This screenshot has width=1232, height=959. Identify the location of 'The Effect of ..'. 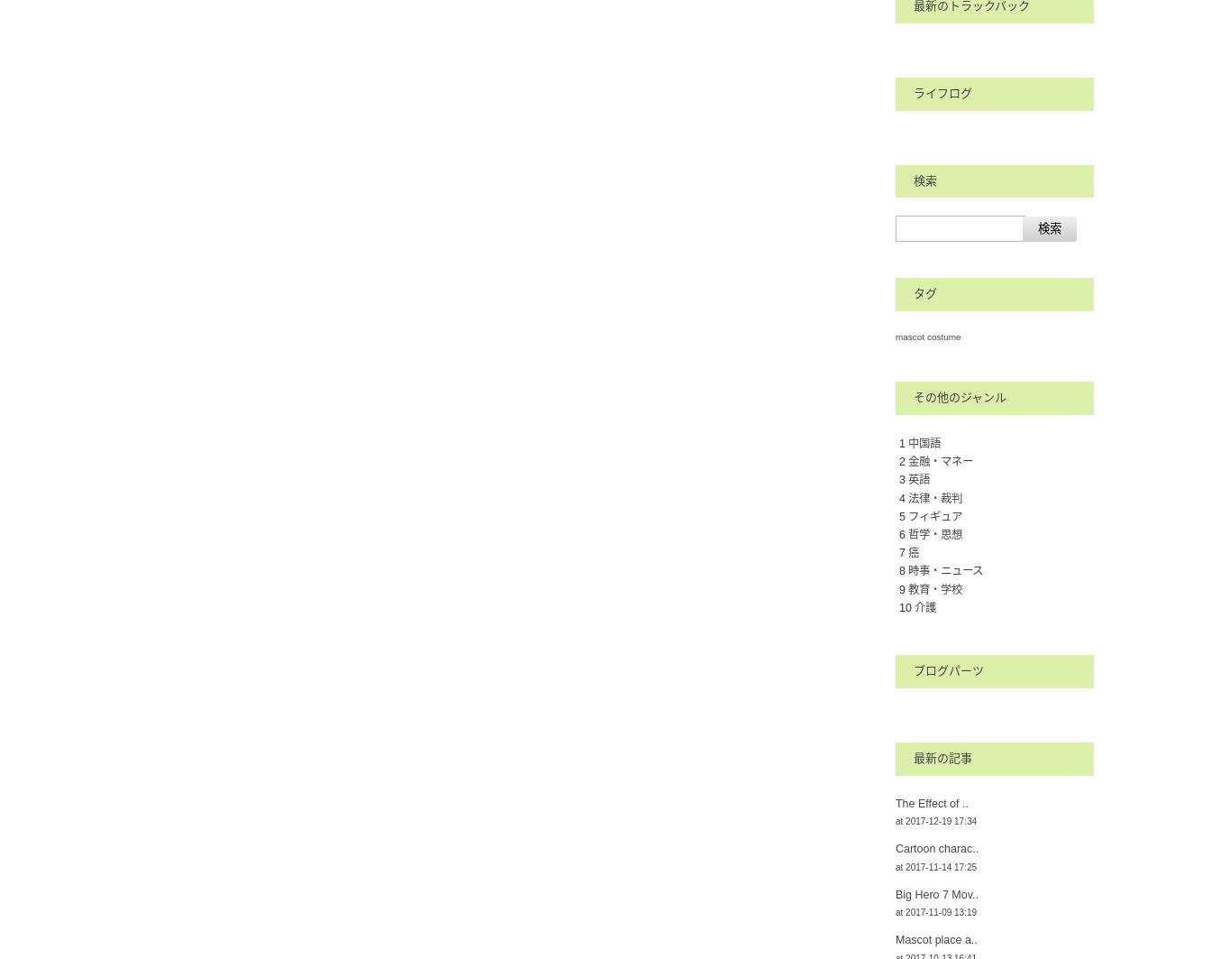
(930, 802).